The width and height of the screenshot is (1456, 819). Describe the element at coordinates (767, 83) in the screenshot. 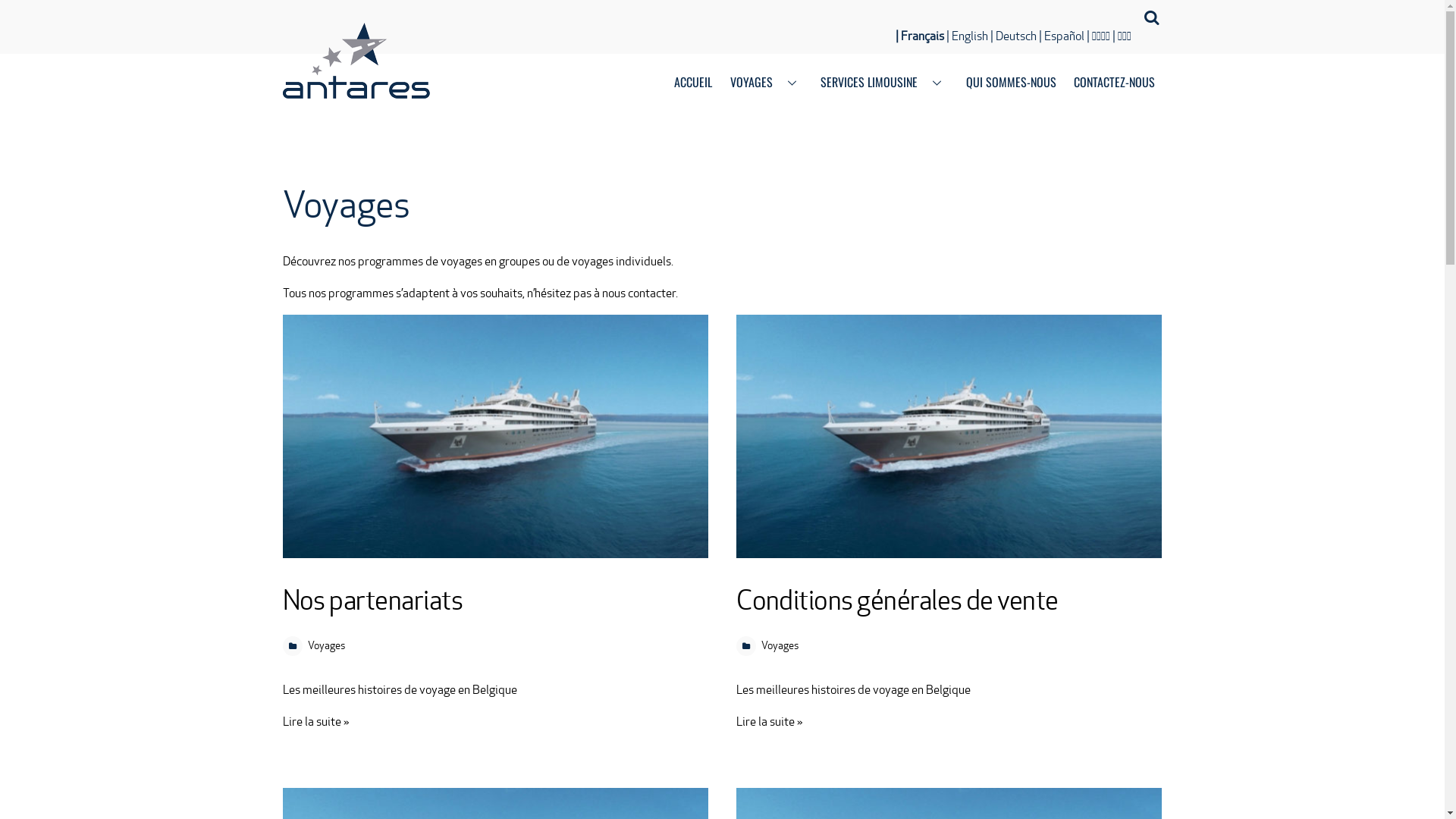

I see `'VOYAGES'` at that location.